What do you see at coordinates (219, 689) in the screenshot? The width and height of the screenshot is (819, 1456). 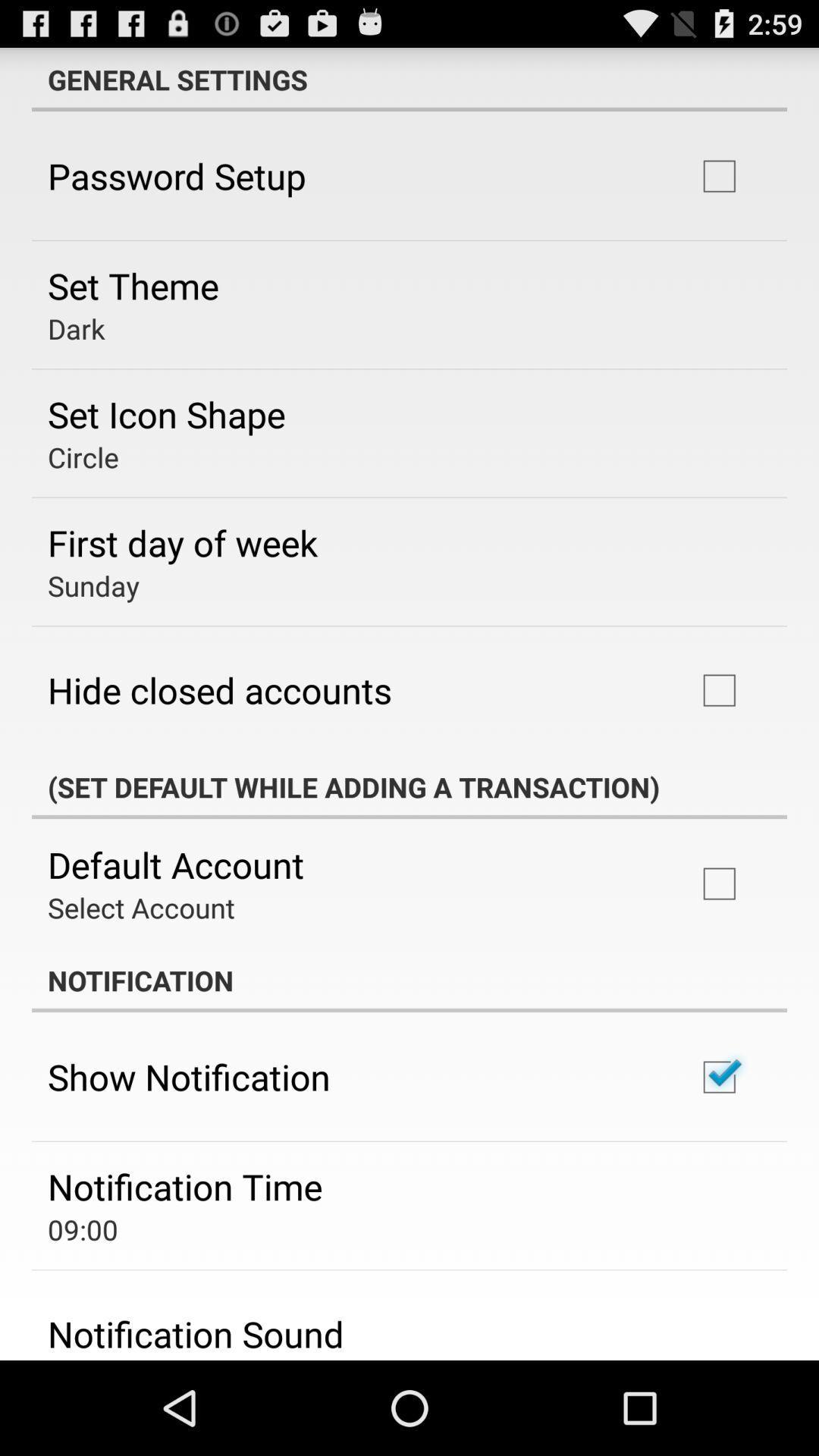 I see `hide closed accounts icon` at bounding box center [219, 689].